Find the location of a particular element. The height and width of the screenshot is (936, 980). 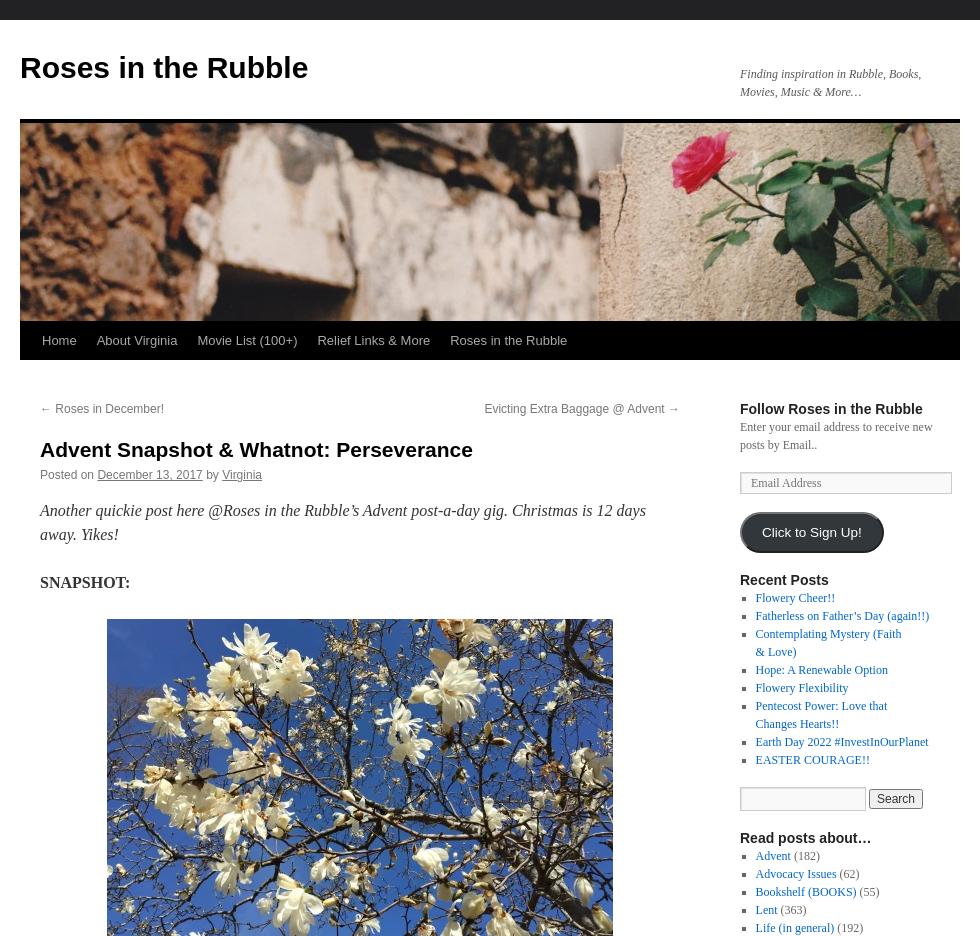

'Pentecost Power: Love that Changes Hearts!!' is located at coordinates (821, 714).